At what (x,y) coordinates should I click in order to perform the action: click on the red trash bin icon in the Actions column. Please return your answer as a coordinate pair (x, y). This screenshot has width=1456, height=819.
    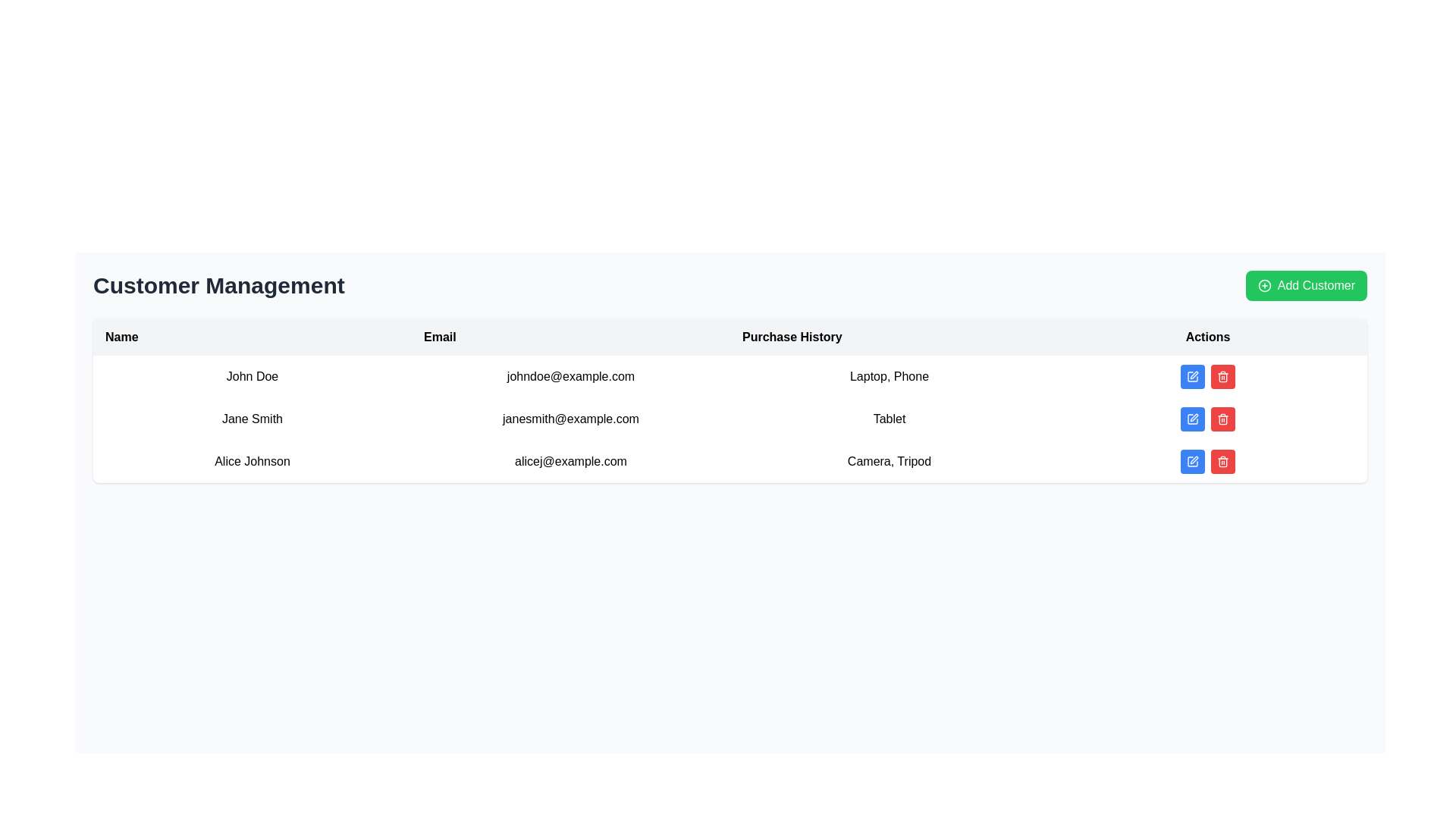
    Looking at the image, I should click on (1222, 376).